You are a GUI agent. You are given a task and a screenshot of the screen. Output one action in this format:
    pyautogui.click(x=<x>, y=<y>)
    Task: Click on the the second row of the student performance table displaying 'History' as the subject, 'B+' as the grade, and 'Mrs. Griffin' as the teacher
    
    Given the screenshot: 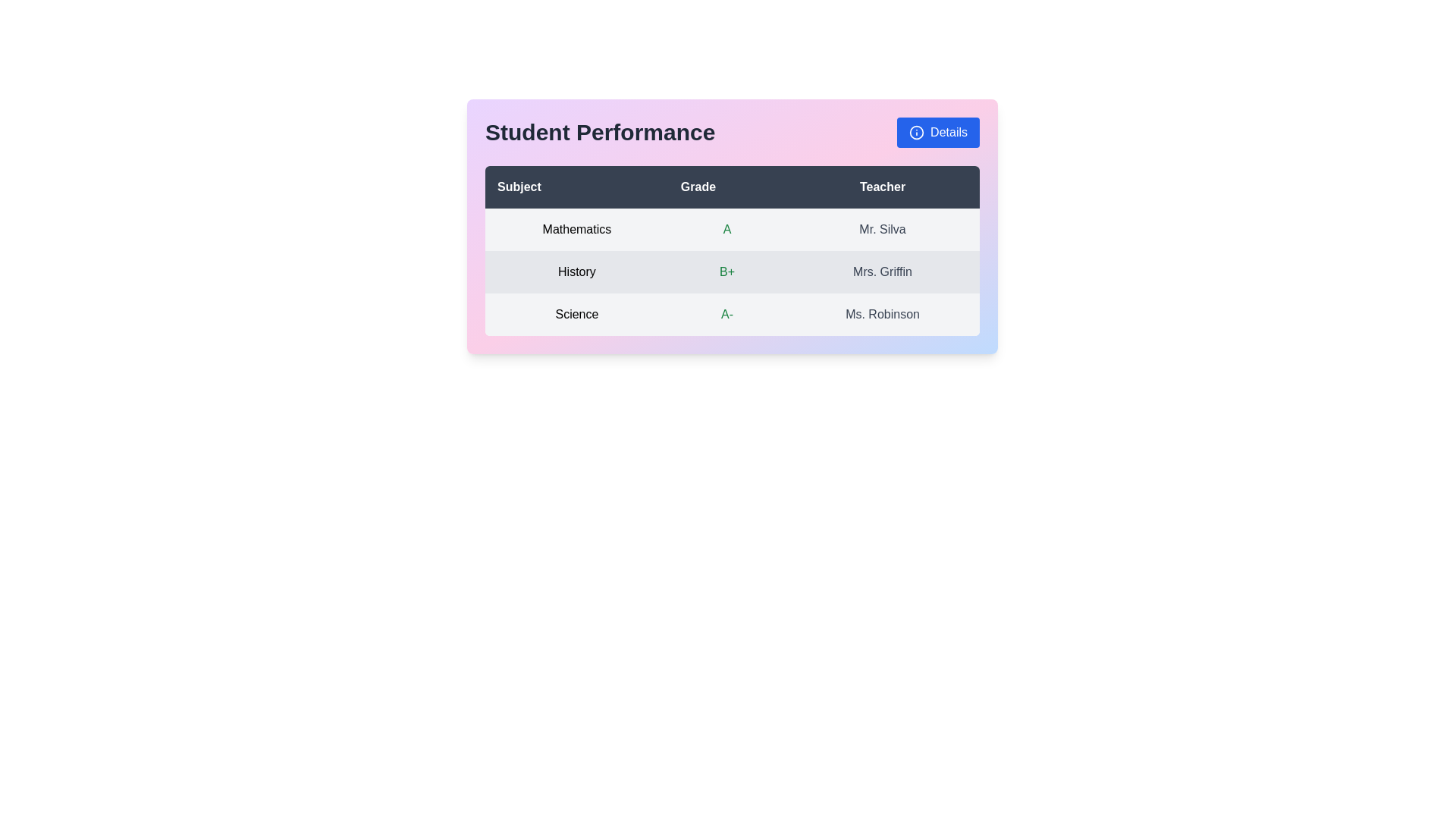 What is the action you would take?
    pyautogui.click(x=732, y=271)
    